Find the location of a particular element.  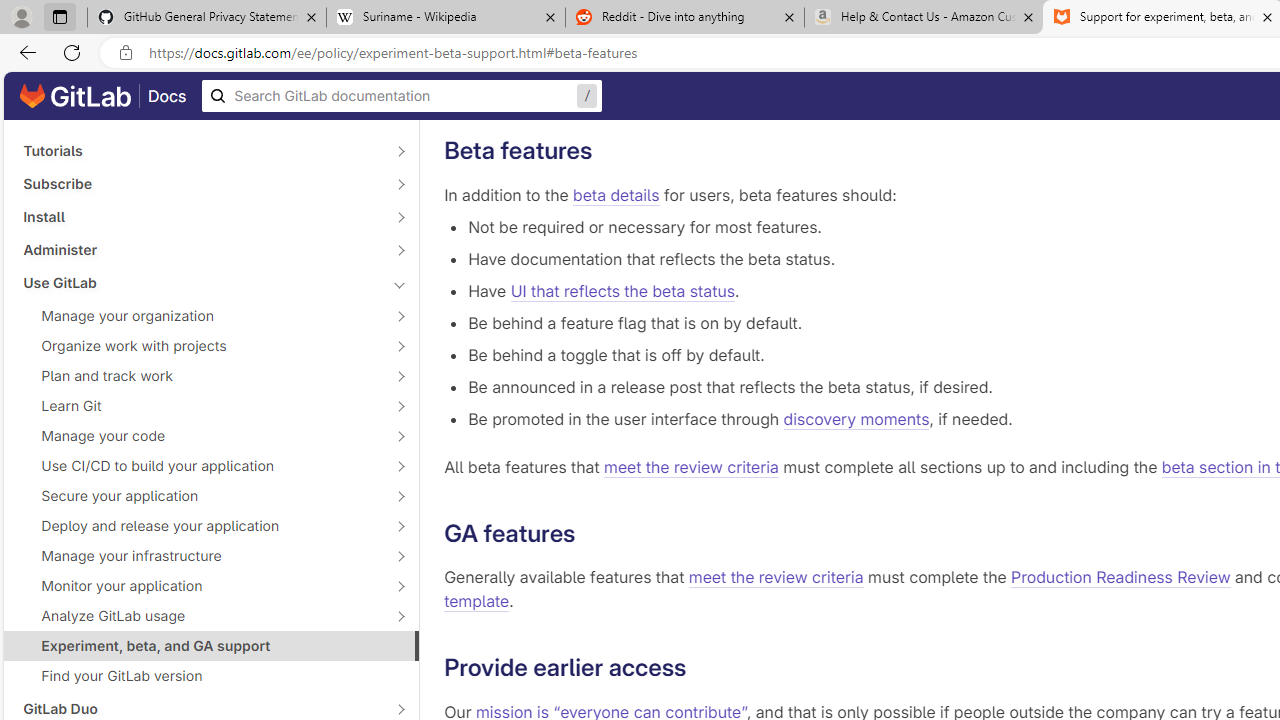

'Experiment, beta, and GA support' is located at coordinates (211, 645).